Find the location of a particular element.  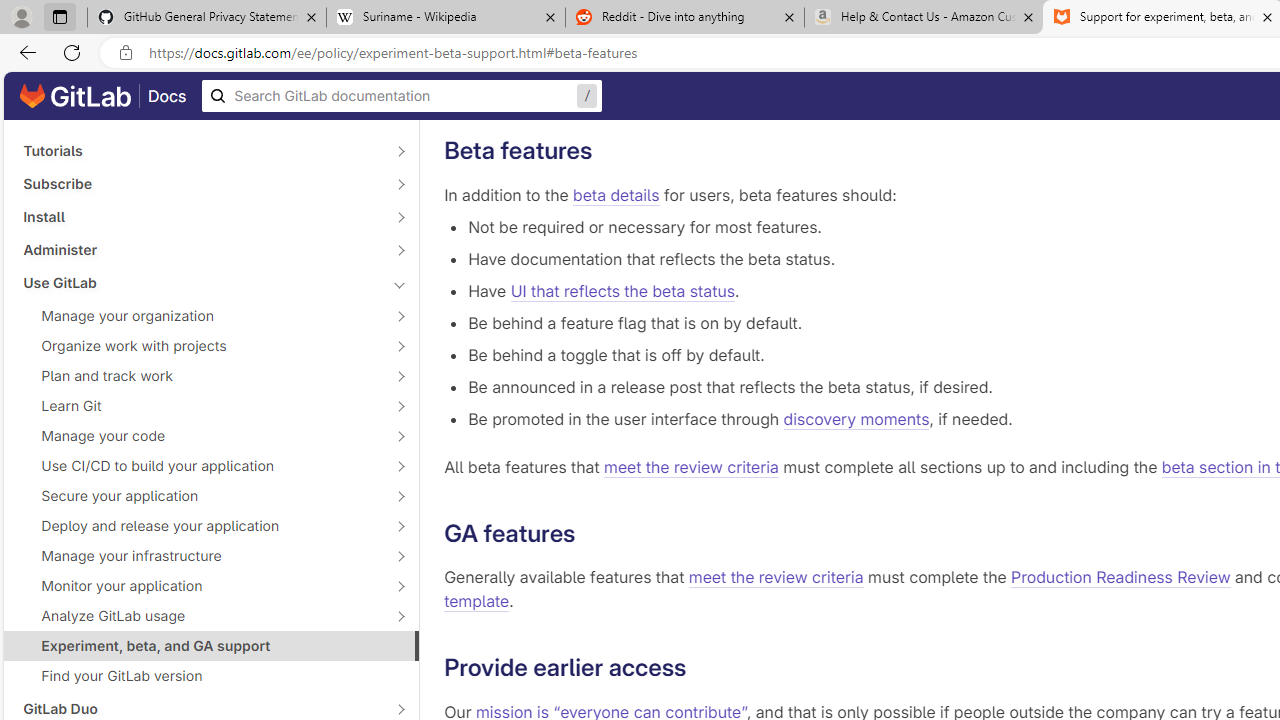

'Experiment, beta, and GA support' is located at coordinates (211, 645).